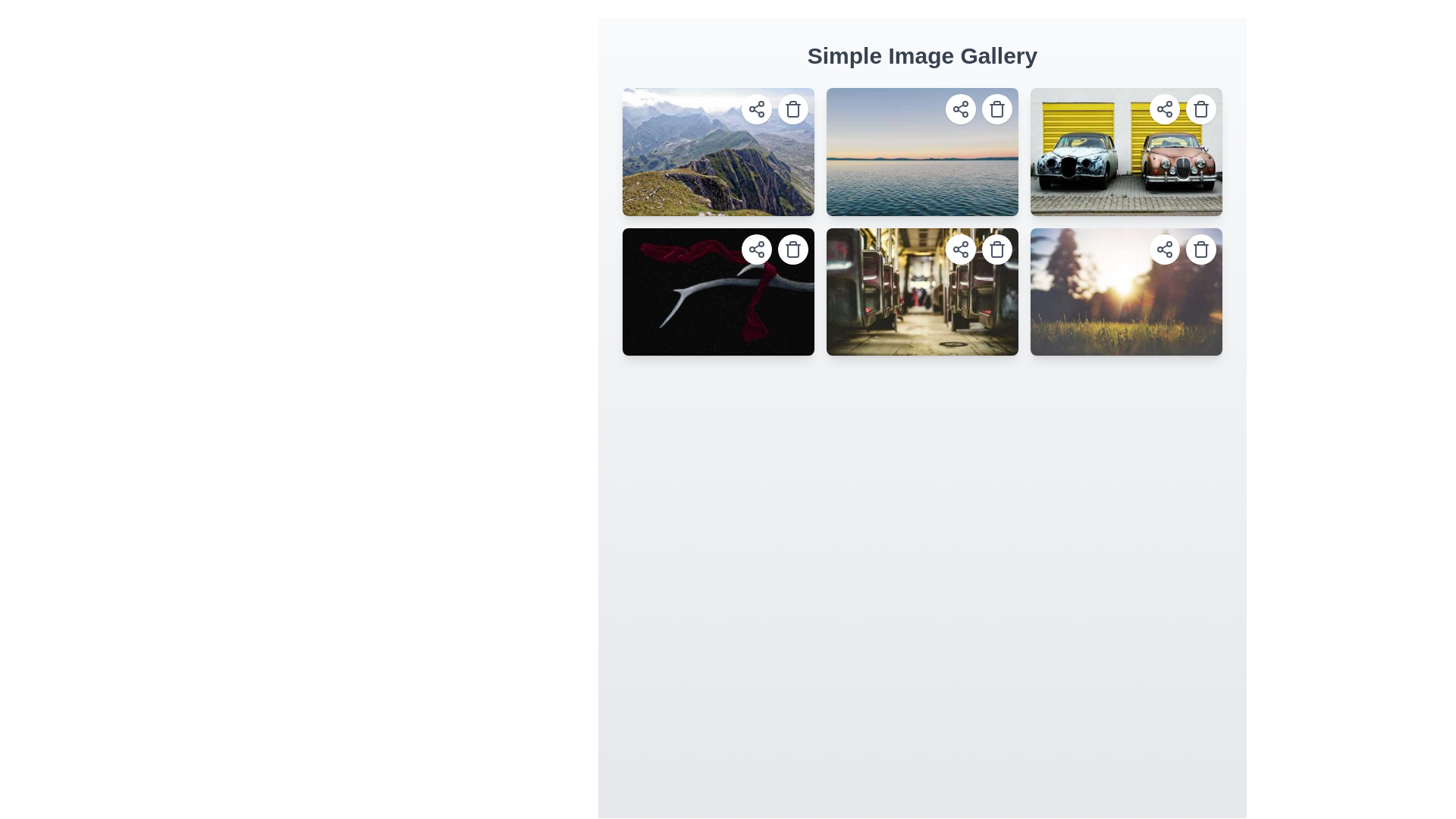 The image size is (1456, 819). What do you see at coordinates (979, 247) in the screenshot?
I see `the compact circular delete button with a trash icon located at the top-right corner of the image in the second row, third column of the gallery grid` at bounding box center [979, 247].